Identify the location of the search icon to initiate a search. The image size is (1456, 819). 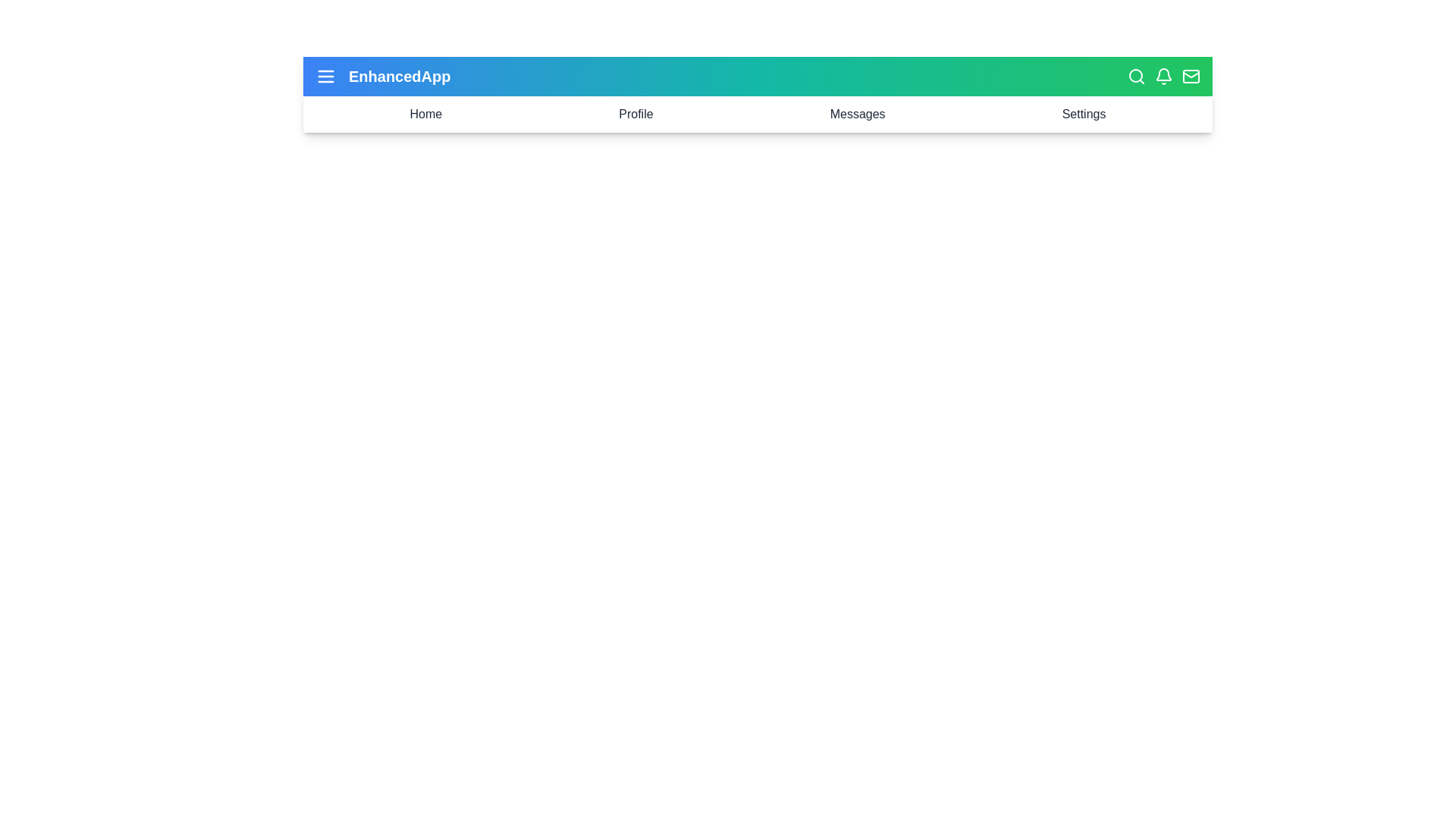
(1136, 76).